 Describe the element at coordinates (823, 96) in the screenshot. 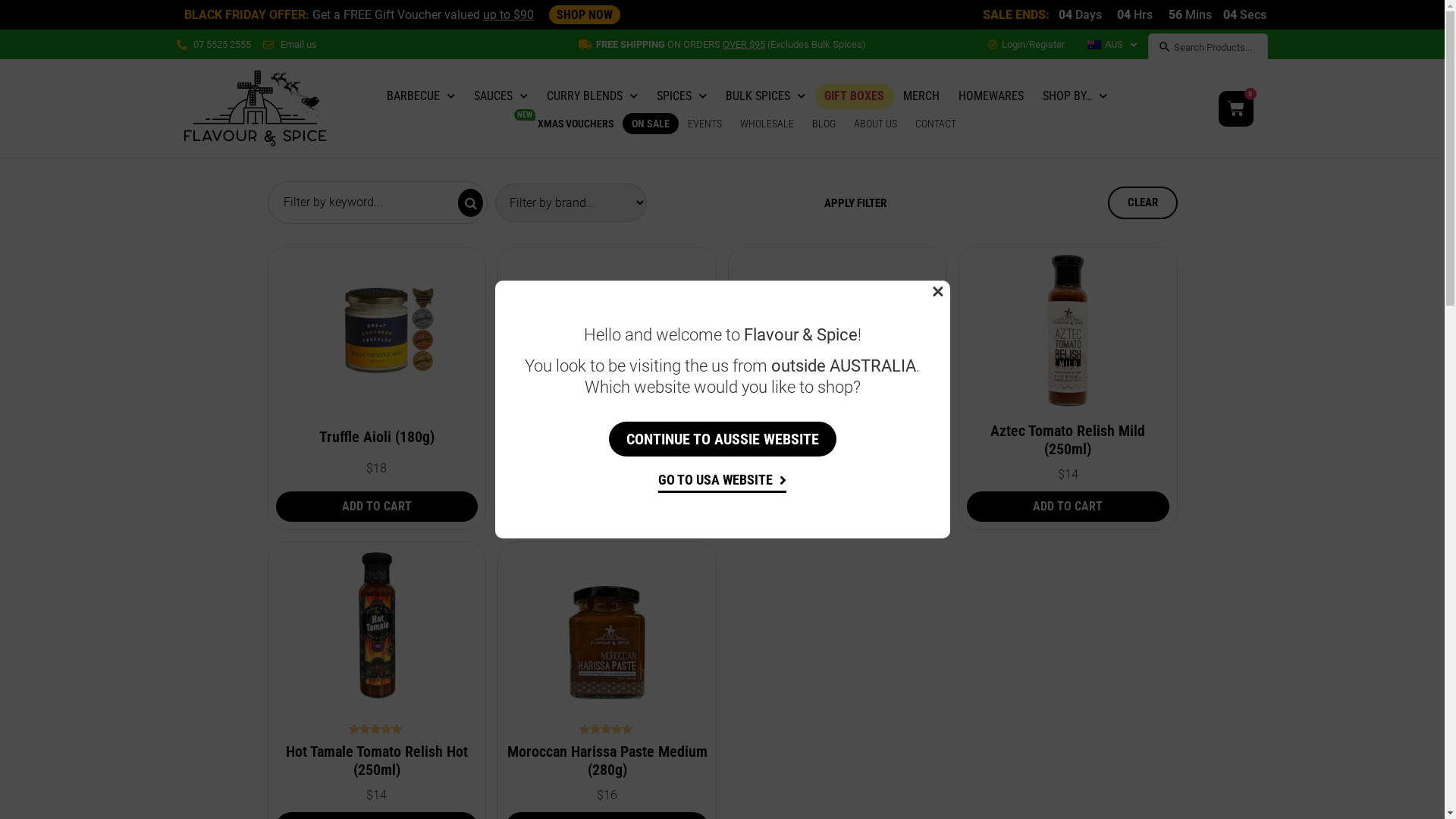

I see `'GIFT BOXES'` at that location.